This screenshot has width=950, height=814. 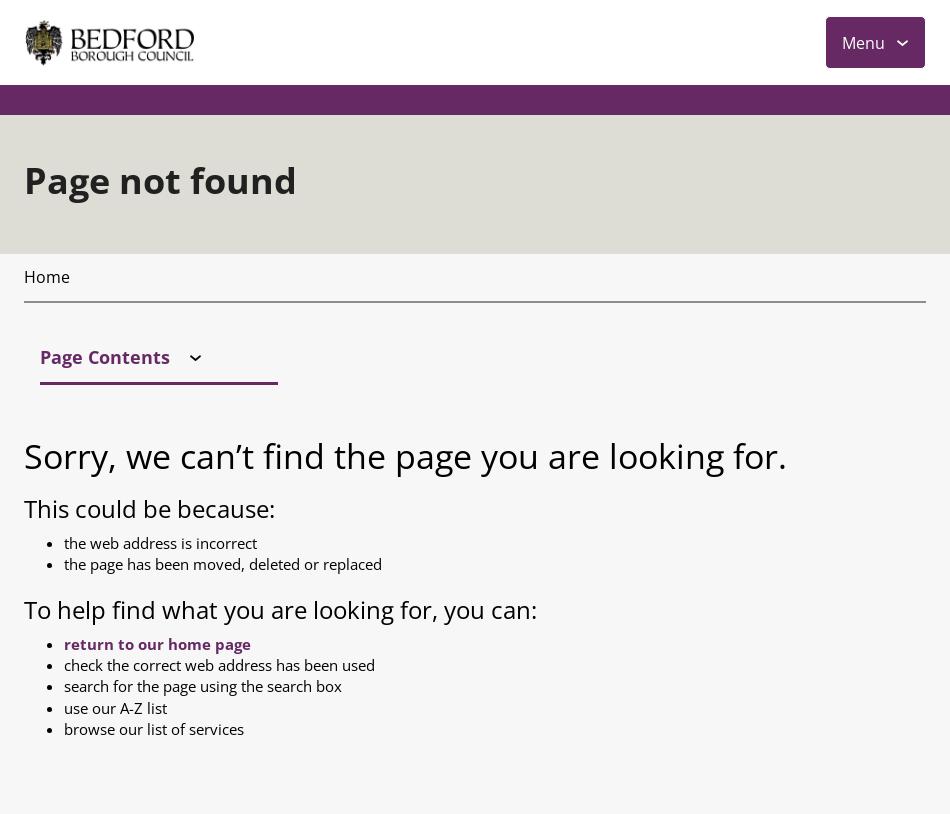 I want to click on 'the page has been moved, deleted or replaced', so click(x=222, y=138).